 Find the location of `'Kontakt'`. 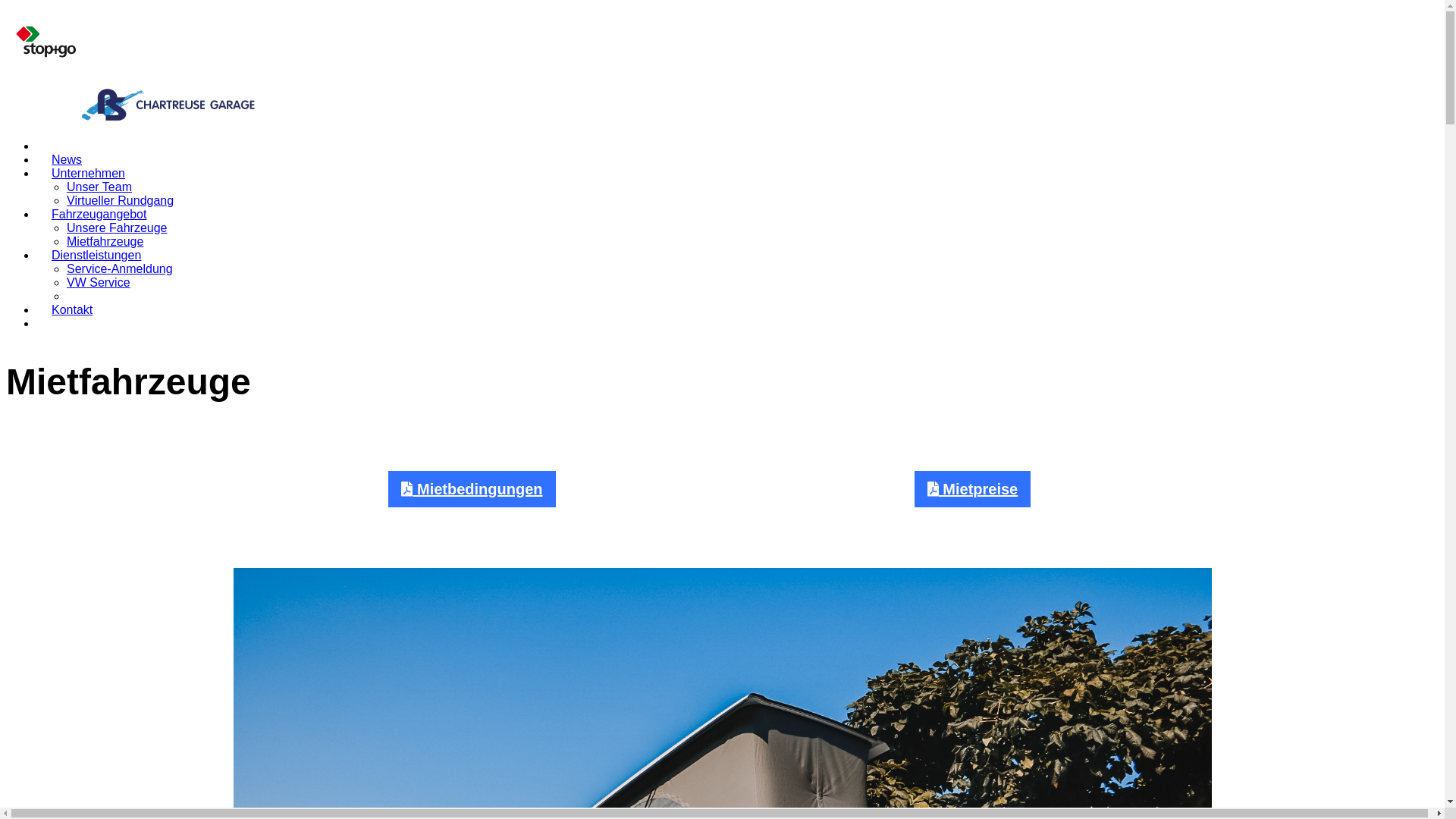

'Kontakt' is located at coordinates (71, 309).